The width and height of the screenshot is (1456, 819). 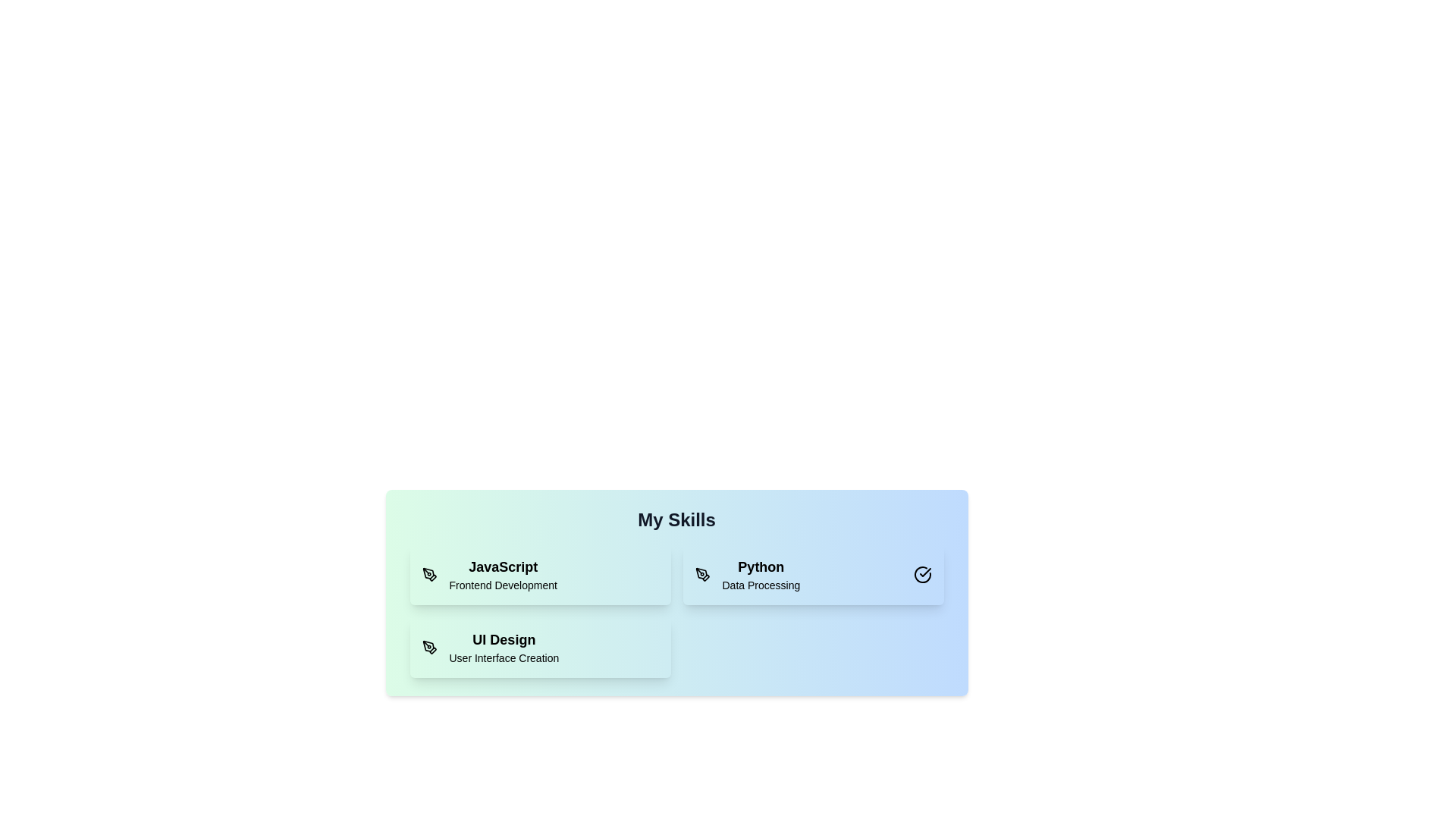 What do you see at coordinates (540, 647) in the screenshot?
I see `the skill card corresponding to UI Design to toggle its selection` at bounding box center [540, 647].